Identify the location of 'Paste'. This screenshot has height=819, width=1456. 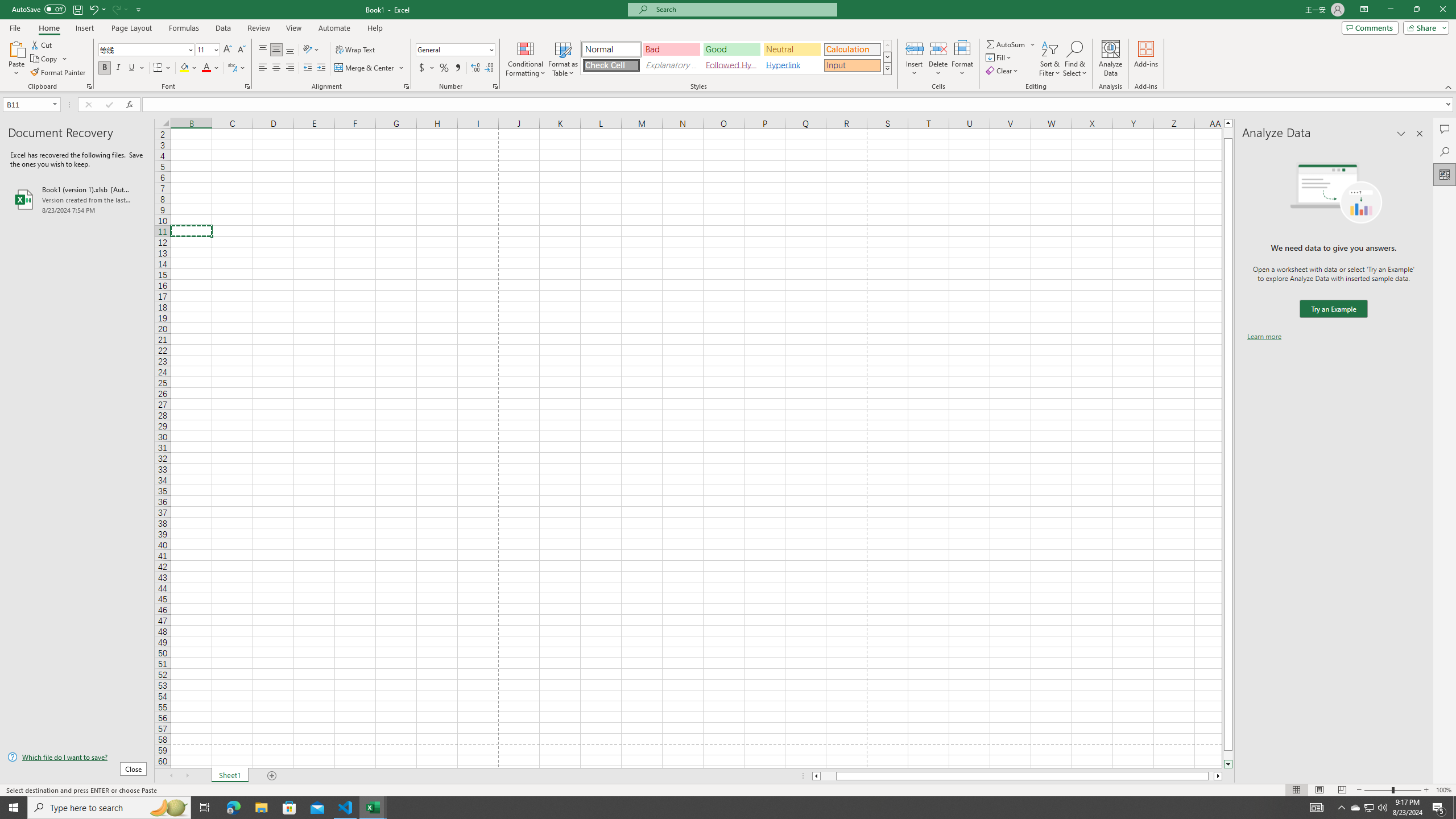
(16, 48).